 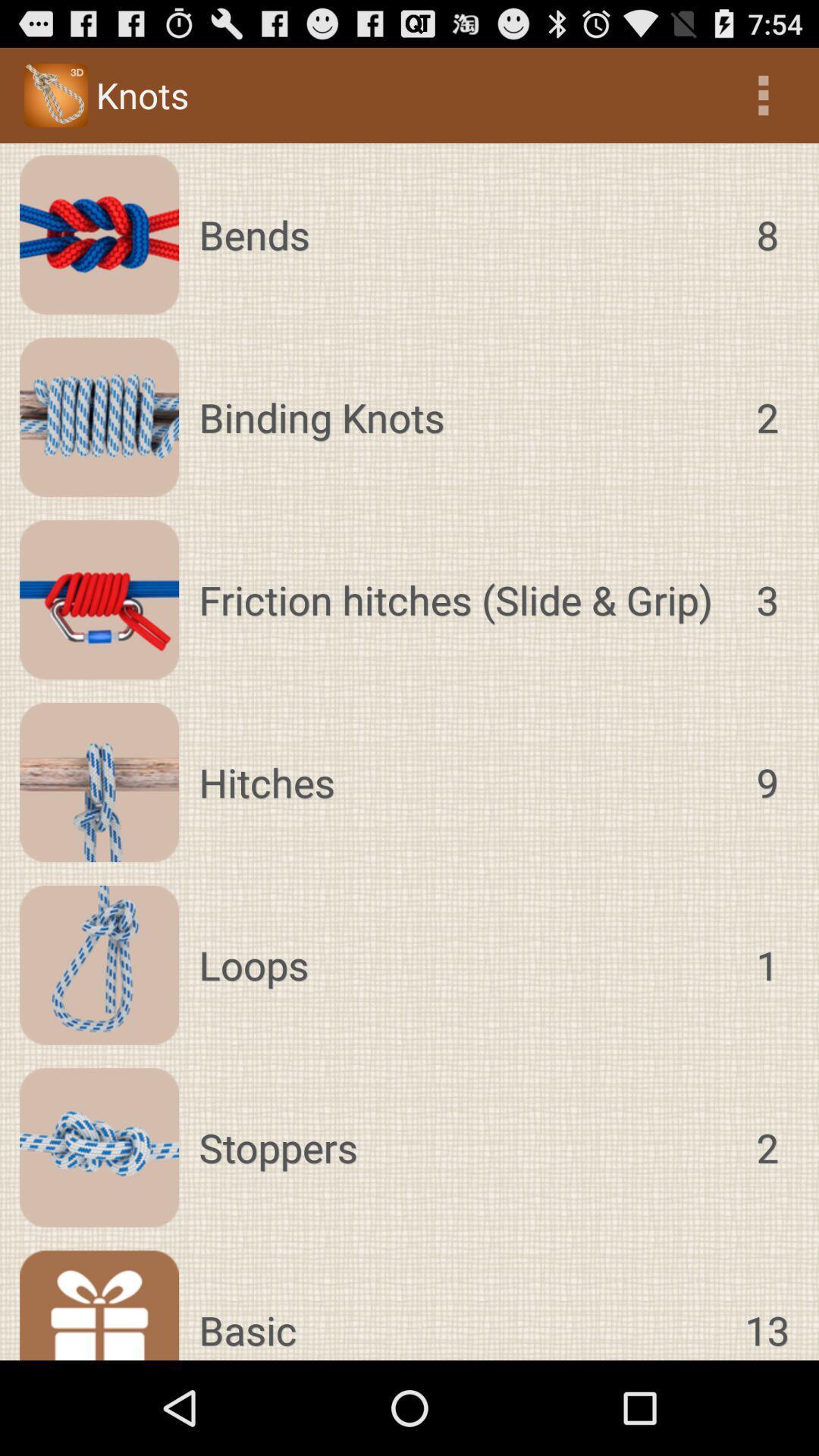 What do you see at coordinates (462, 417) in the screenshot?
I see `item above friction hitches slide app` at bounding box center [462, 417].